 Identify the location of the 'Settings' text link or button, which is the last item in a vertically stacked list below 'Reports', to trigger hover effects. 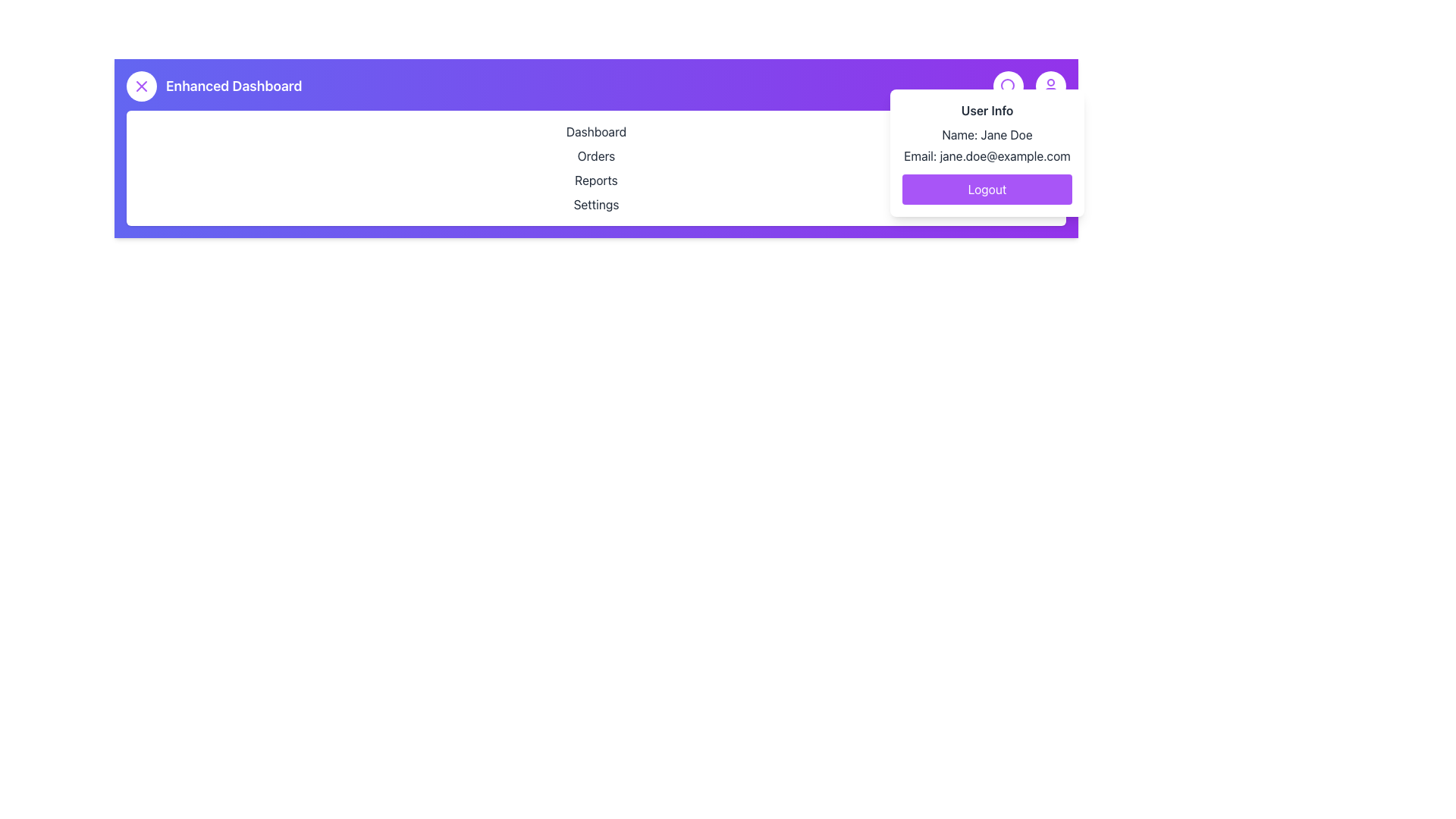
(595, 205).